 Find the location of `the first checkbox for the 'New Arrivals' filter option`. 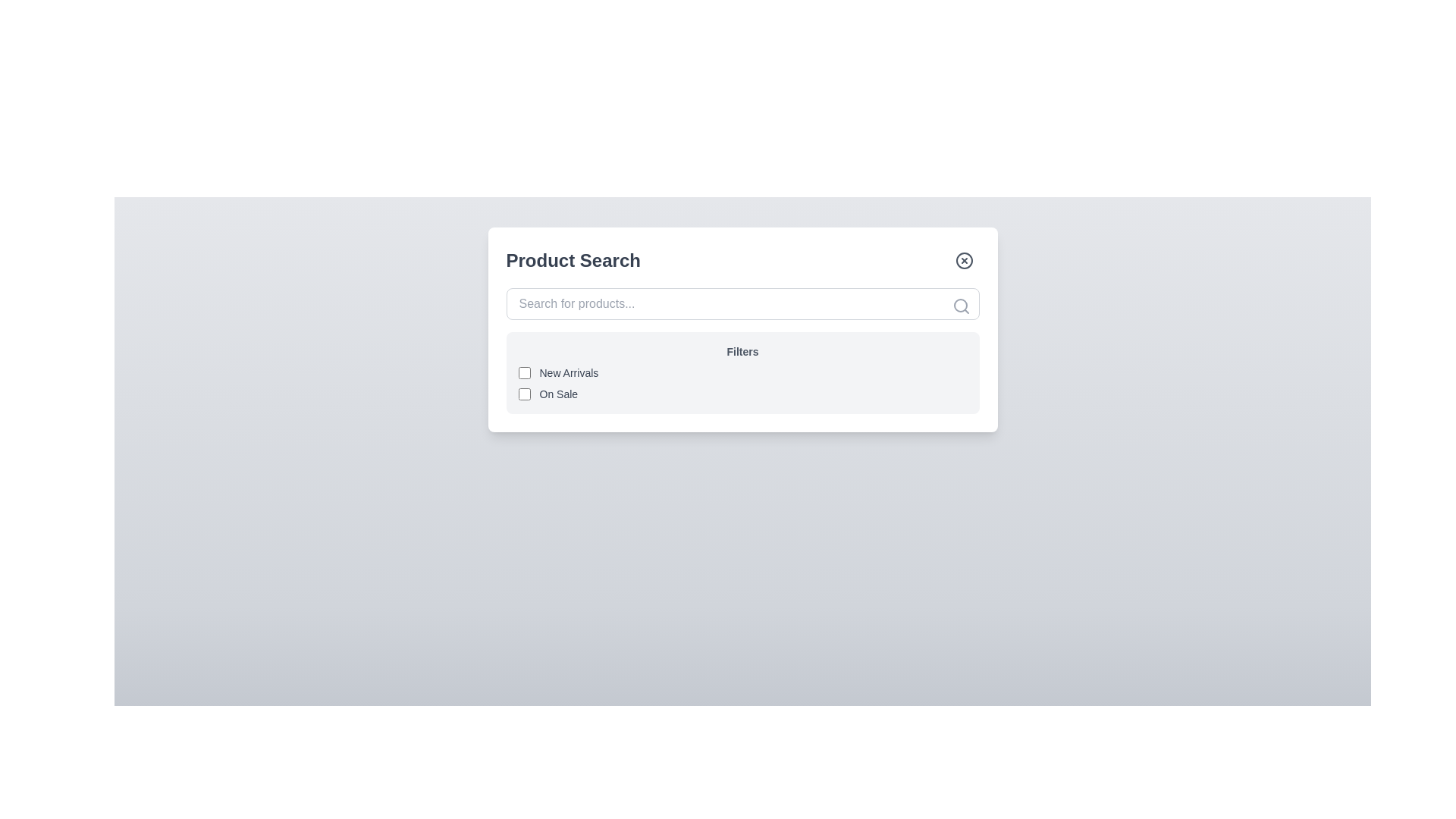

the first checkbox for the 'New Arrivals' filter option is located at coordinates (524, 373).